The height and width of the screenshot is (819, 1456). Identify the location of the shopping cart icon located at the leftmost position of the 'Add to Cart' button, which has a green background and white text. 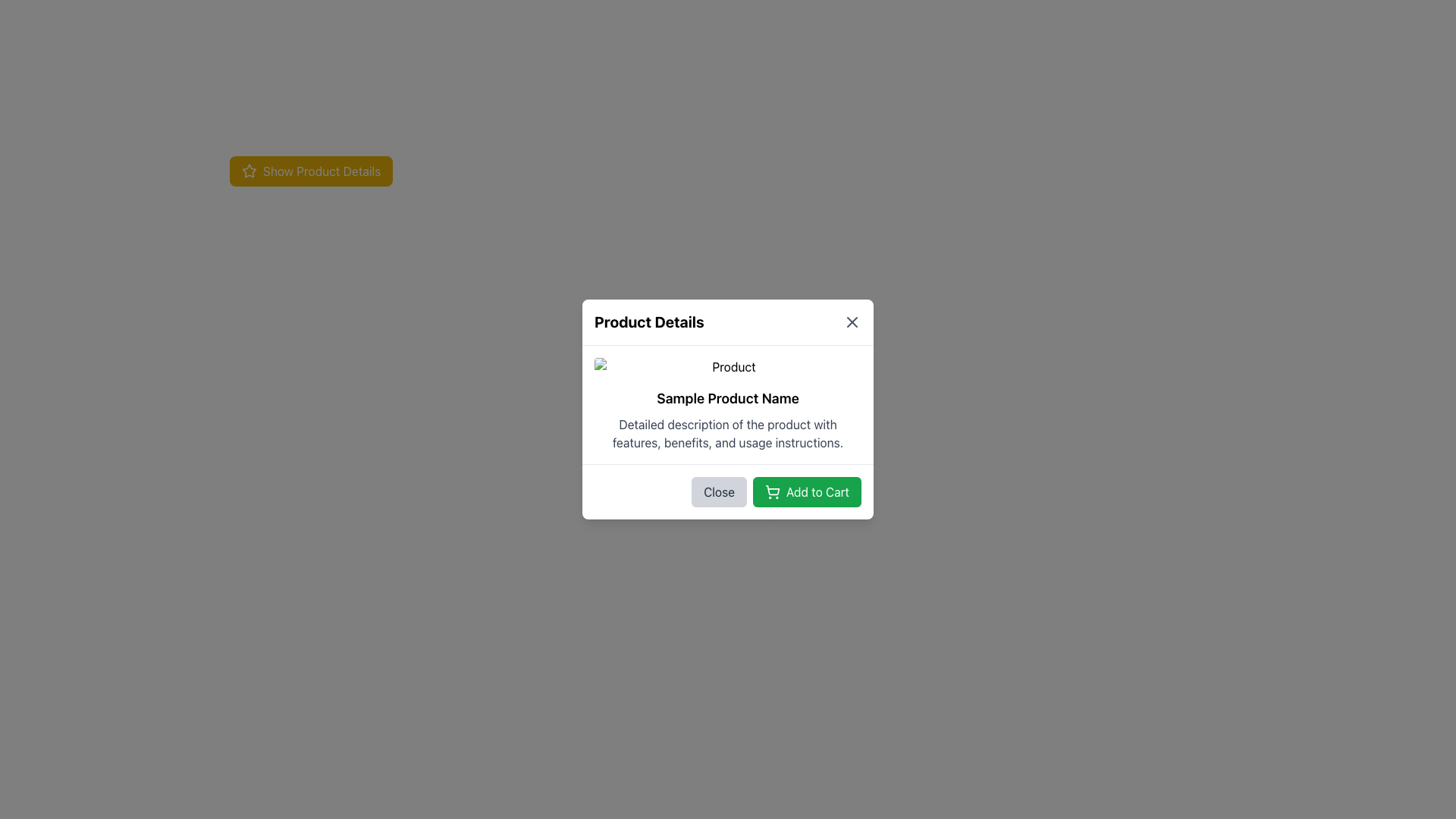
(772, 491).